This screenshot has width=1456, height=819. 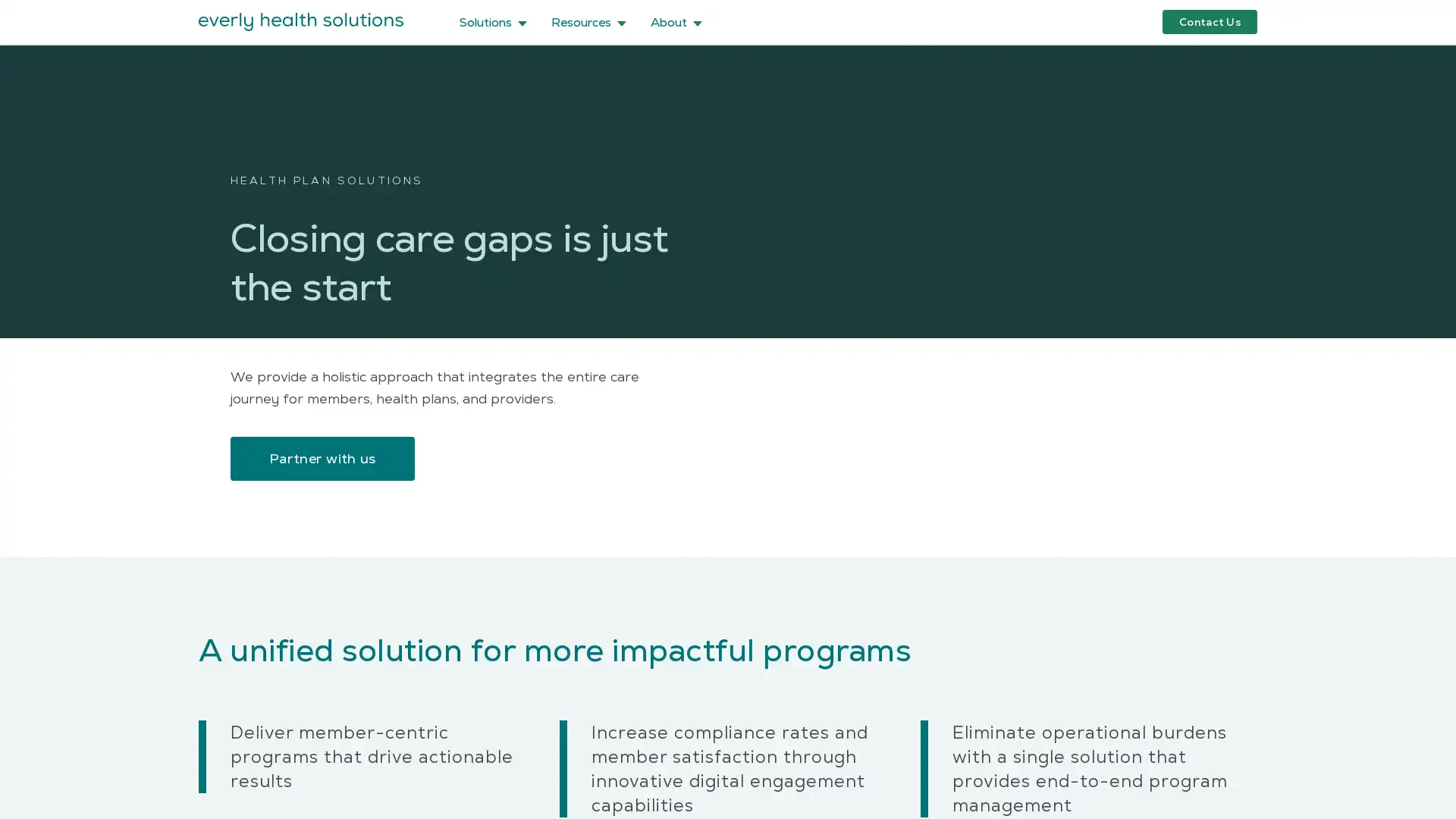 I want to click on Resources Caret icon for dropdown menu, so click(x=588, y=21).